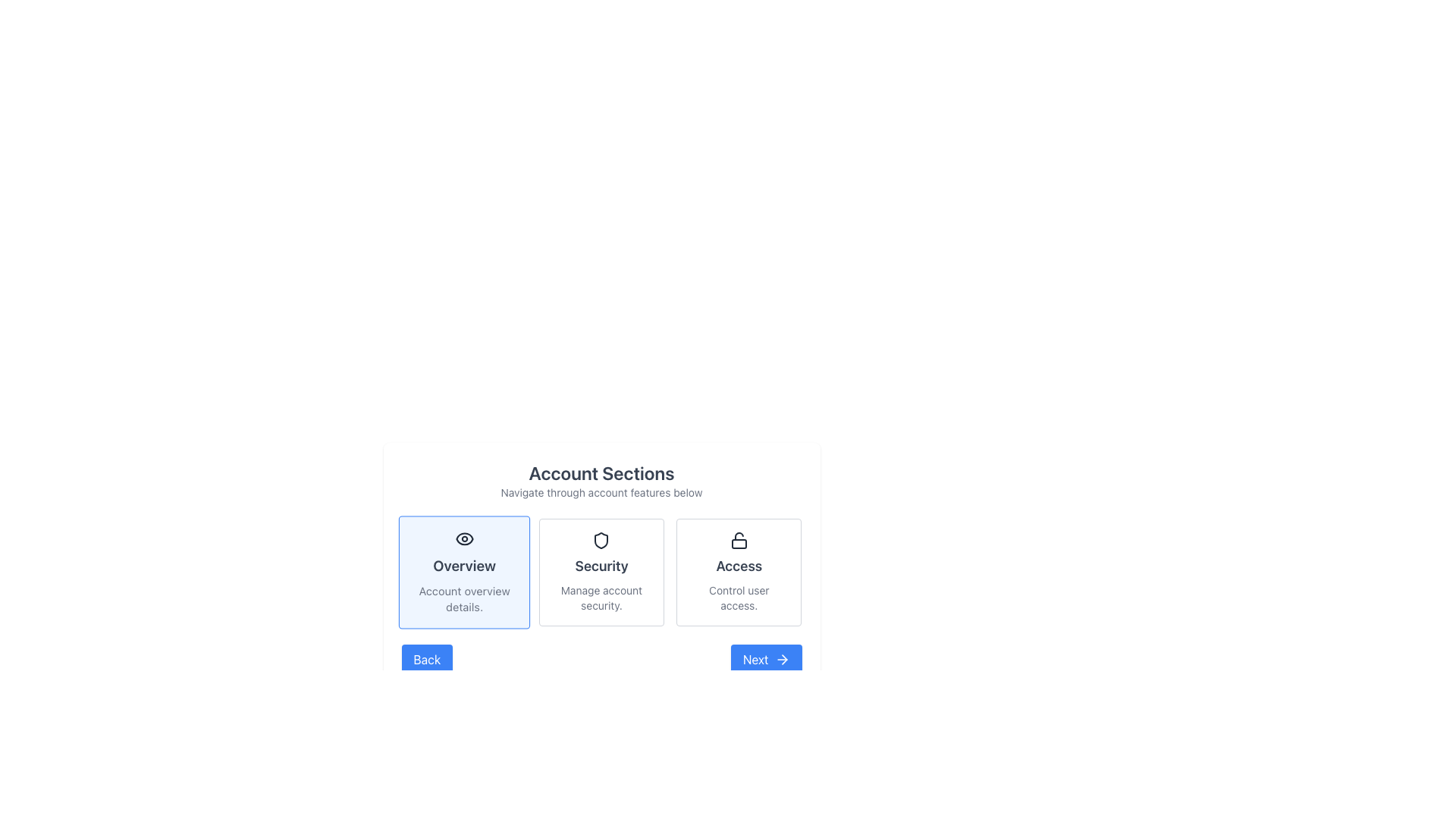 The image size is (1456, 819). What do you see at coordinates (601, 567) in the screenshot?
I see `the main card element titled 'Account Sections', which contains three clickable sections and 'Back' and 'Next' buttons, located at the center of the interface` at bounding box center [601, 567].